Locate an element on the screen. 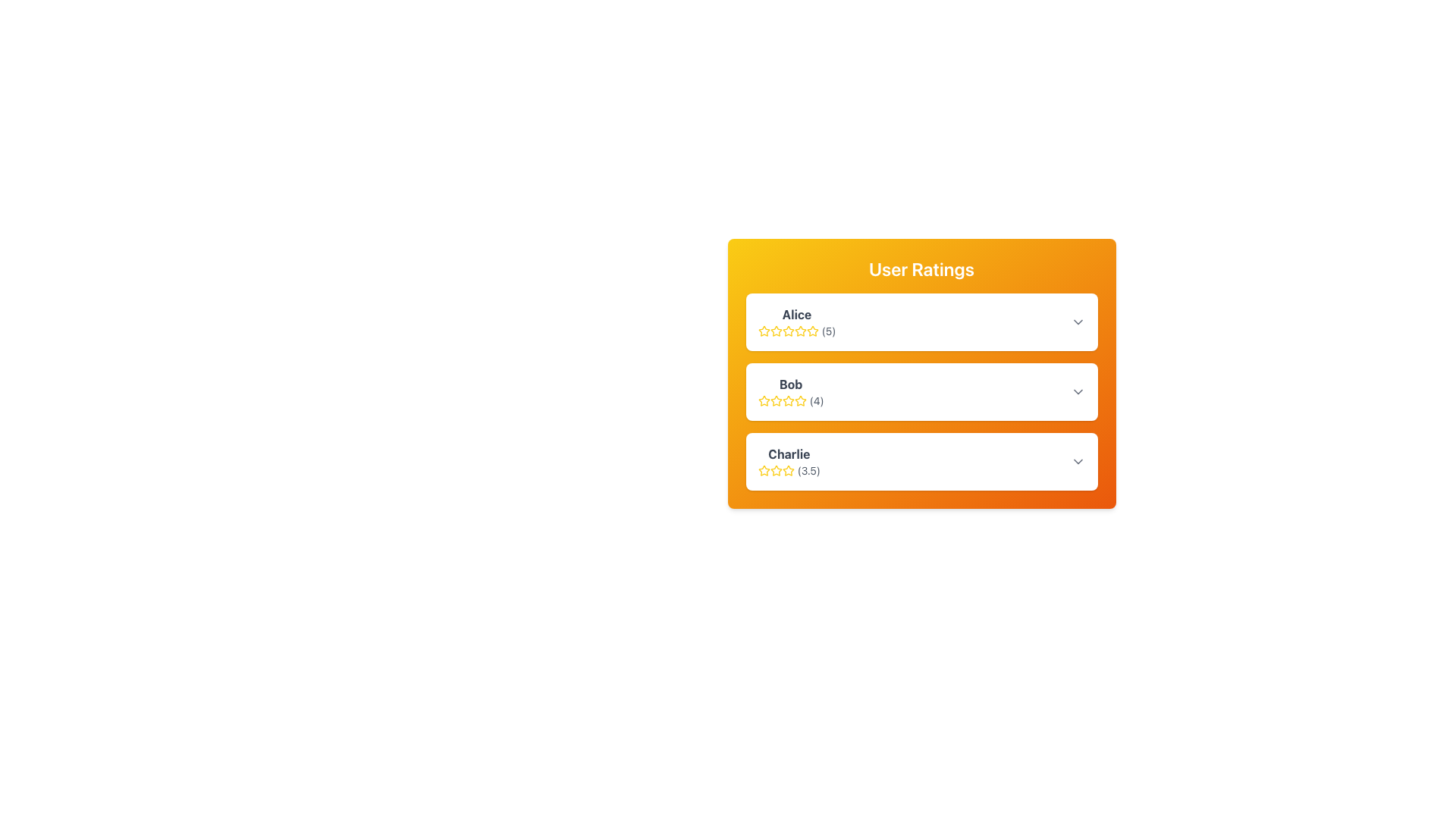 The width and height of the screenshot is (1456, 819). the bold dark gray text label reading 'Bob' located in the user rating section is located at coordinates (790, 383).